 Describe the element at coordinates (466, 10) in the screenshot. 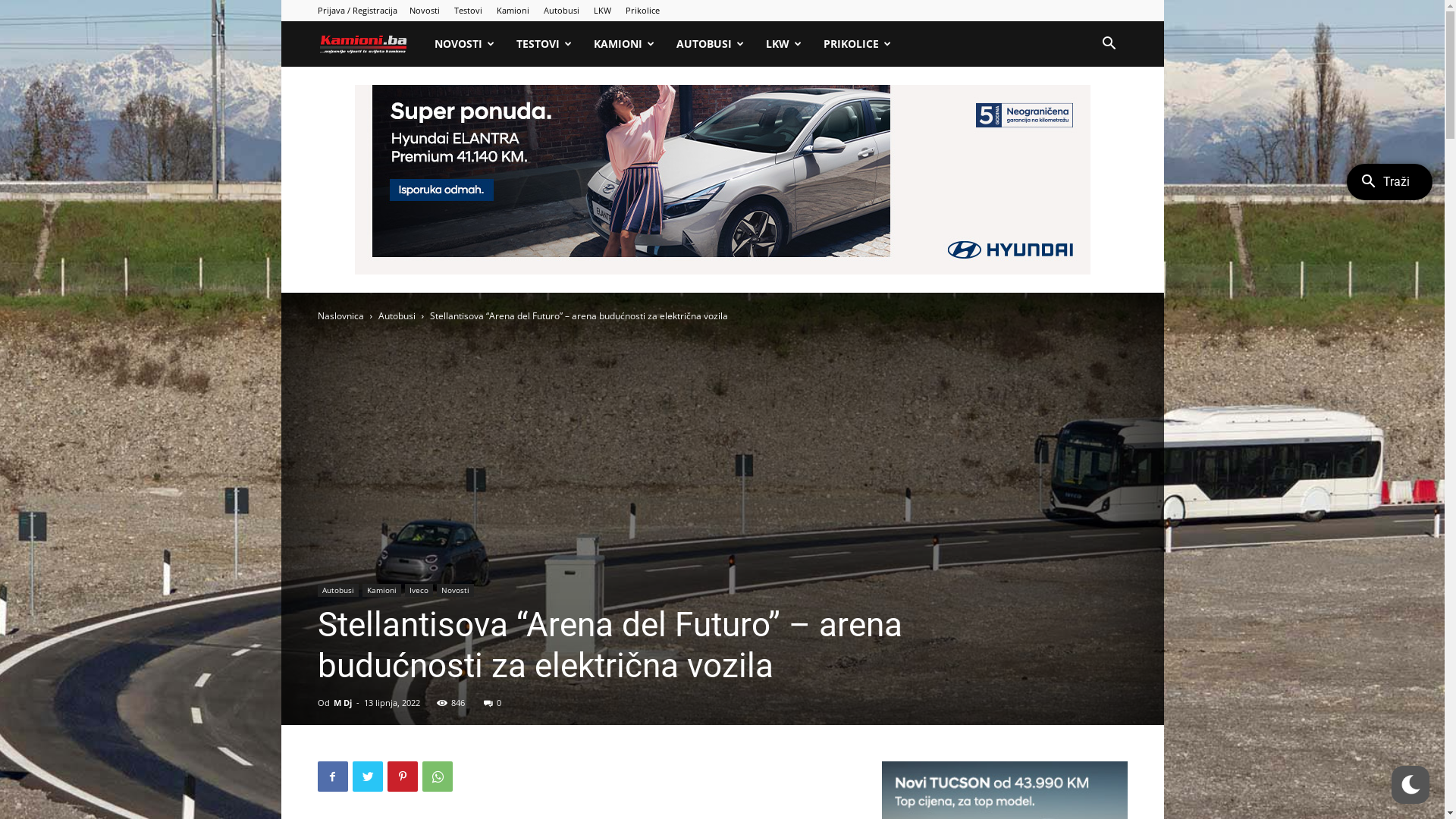

I see `'Testovi'` at that location.